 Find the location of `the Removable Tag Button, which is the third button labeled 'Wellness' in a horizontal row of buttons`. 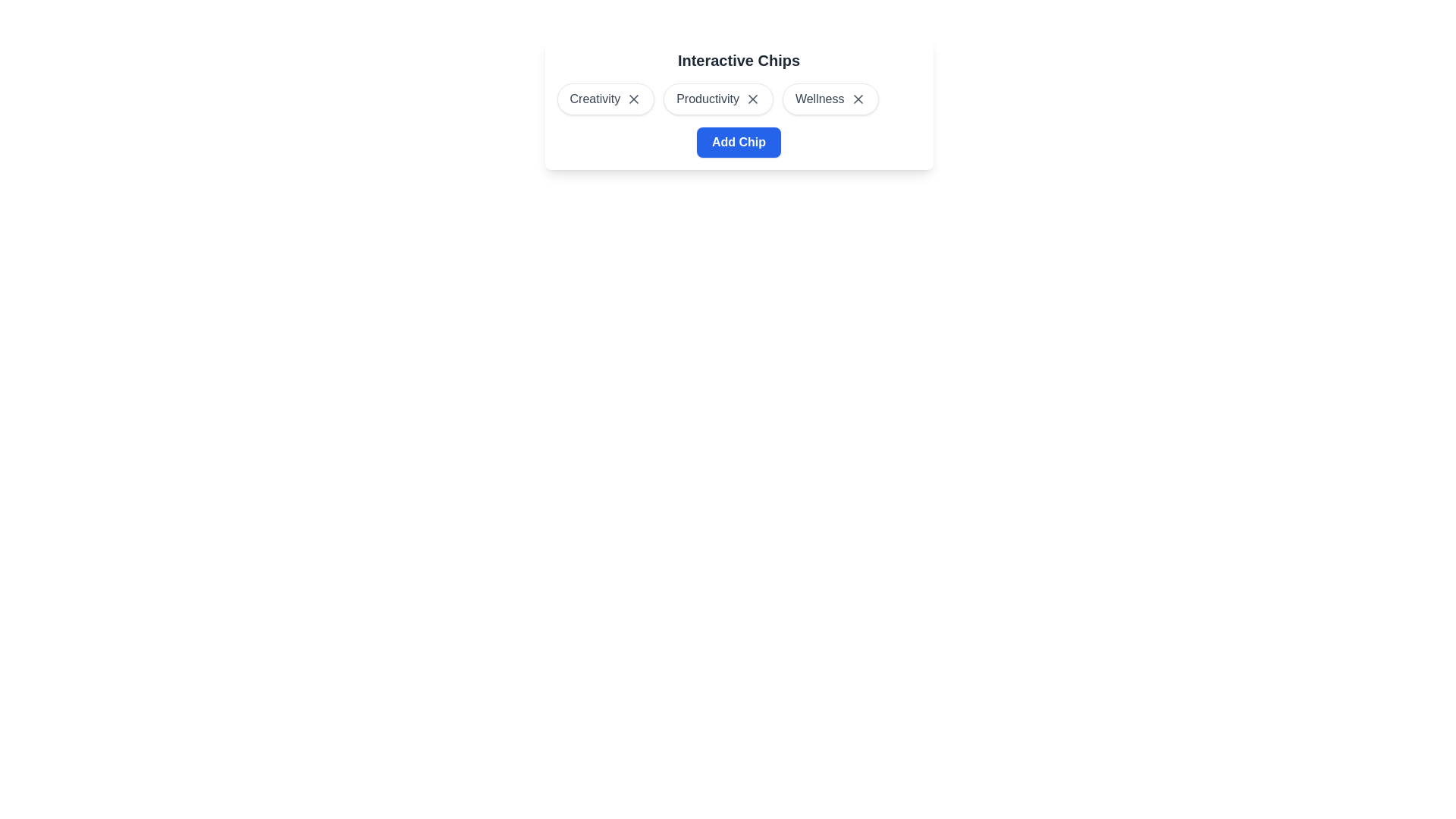

the Removable Tag Button, which is the third button labeled 'Wellness' in a horizontal row of buttons is located at coordinates (830, 99).